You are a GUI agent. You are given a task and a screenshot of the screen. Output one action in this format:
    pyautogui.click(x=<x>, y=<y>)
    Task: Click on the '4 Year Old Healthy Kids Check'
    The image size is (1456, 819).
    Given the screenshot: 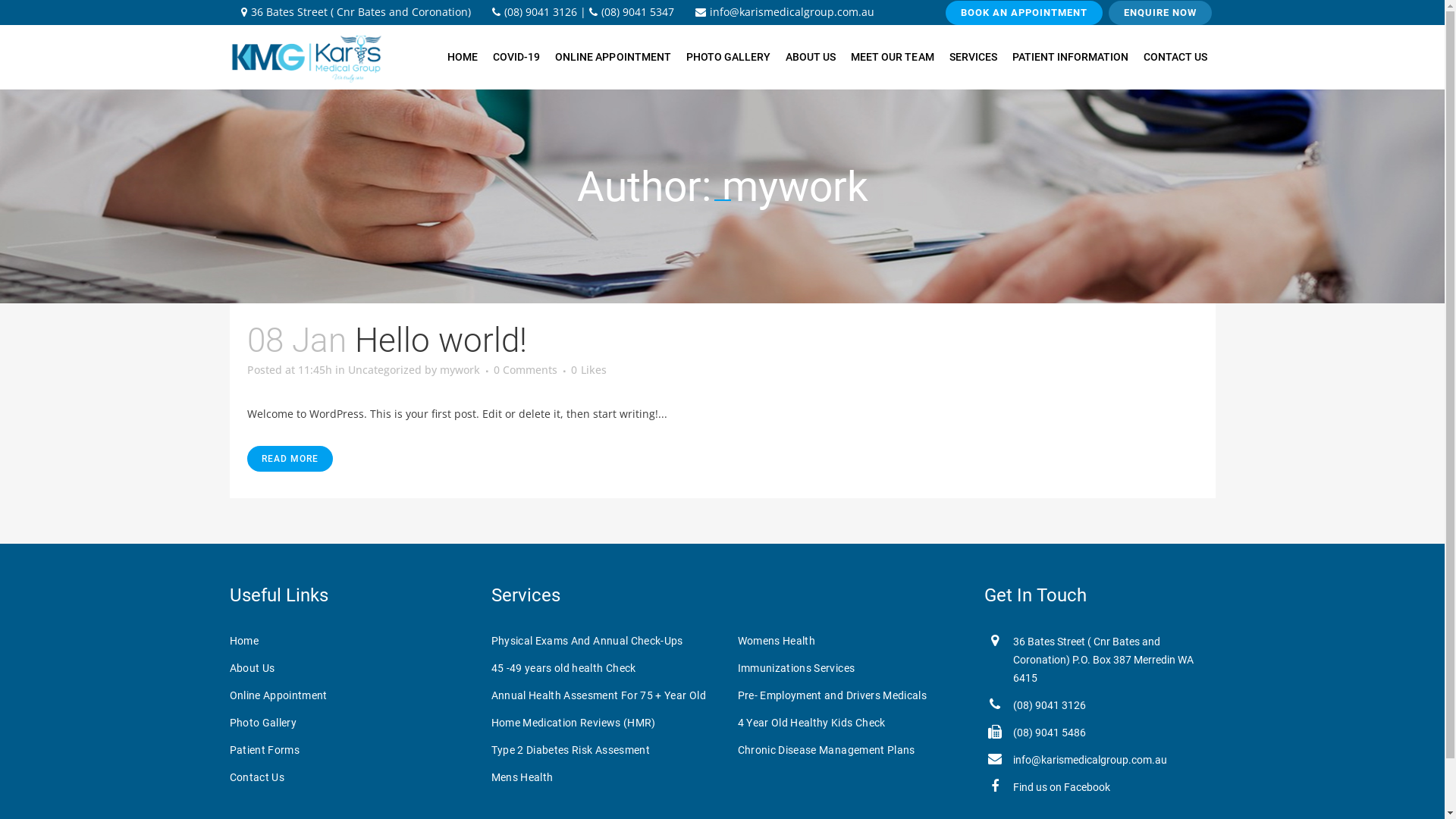 What is the action you would take?
    pyautogui.click(x=851, y=721)
    